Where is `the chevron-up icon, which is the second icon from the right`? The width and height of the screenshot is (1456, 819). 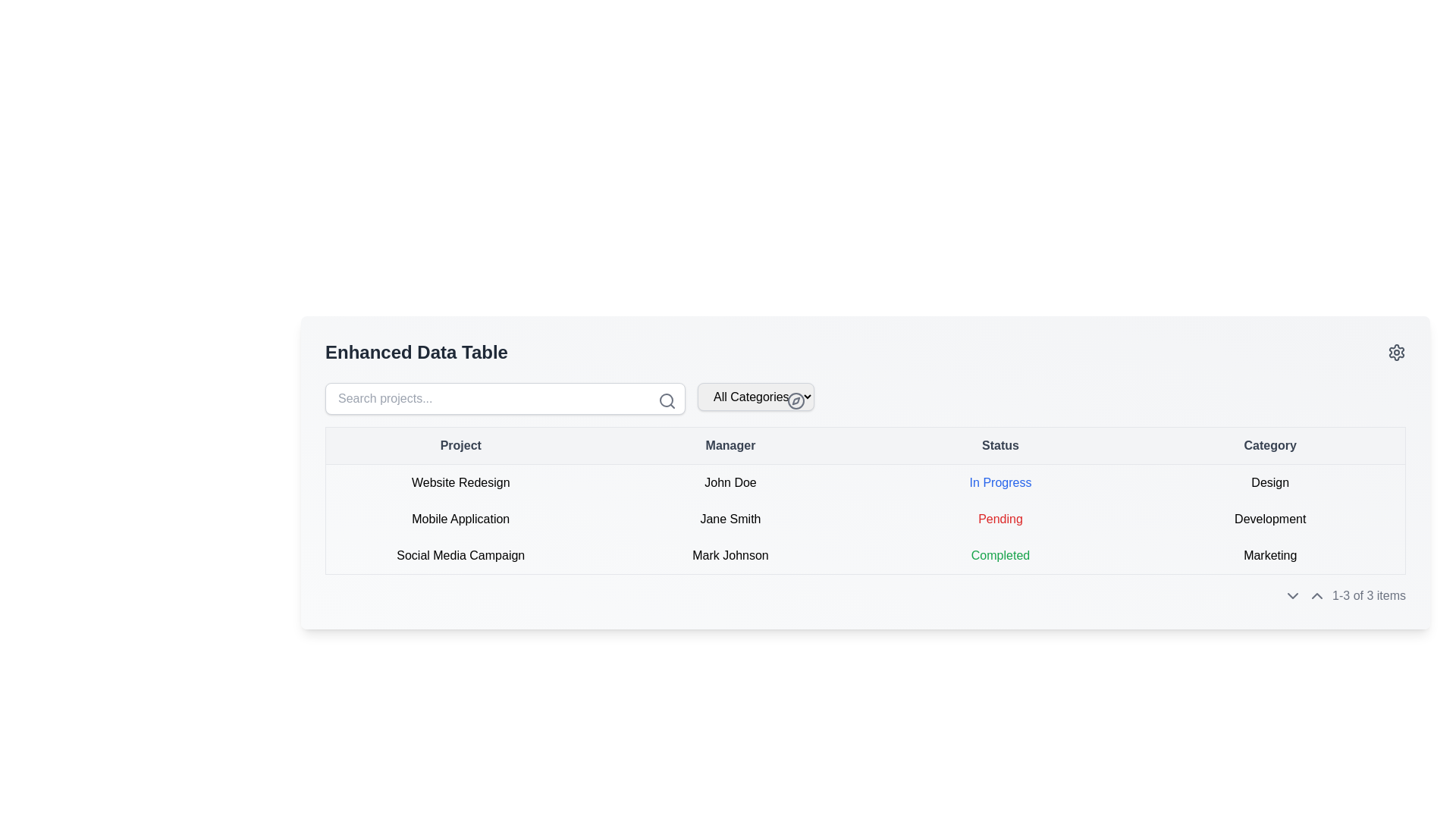
the chevron-up icon, which is the second icon from the right is located at coordinates (1316, 595).